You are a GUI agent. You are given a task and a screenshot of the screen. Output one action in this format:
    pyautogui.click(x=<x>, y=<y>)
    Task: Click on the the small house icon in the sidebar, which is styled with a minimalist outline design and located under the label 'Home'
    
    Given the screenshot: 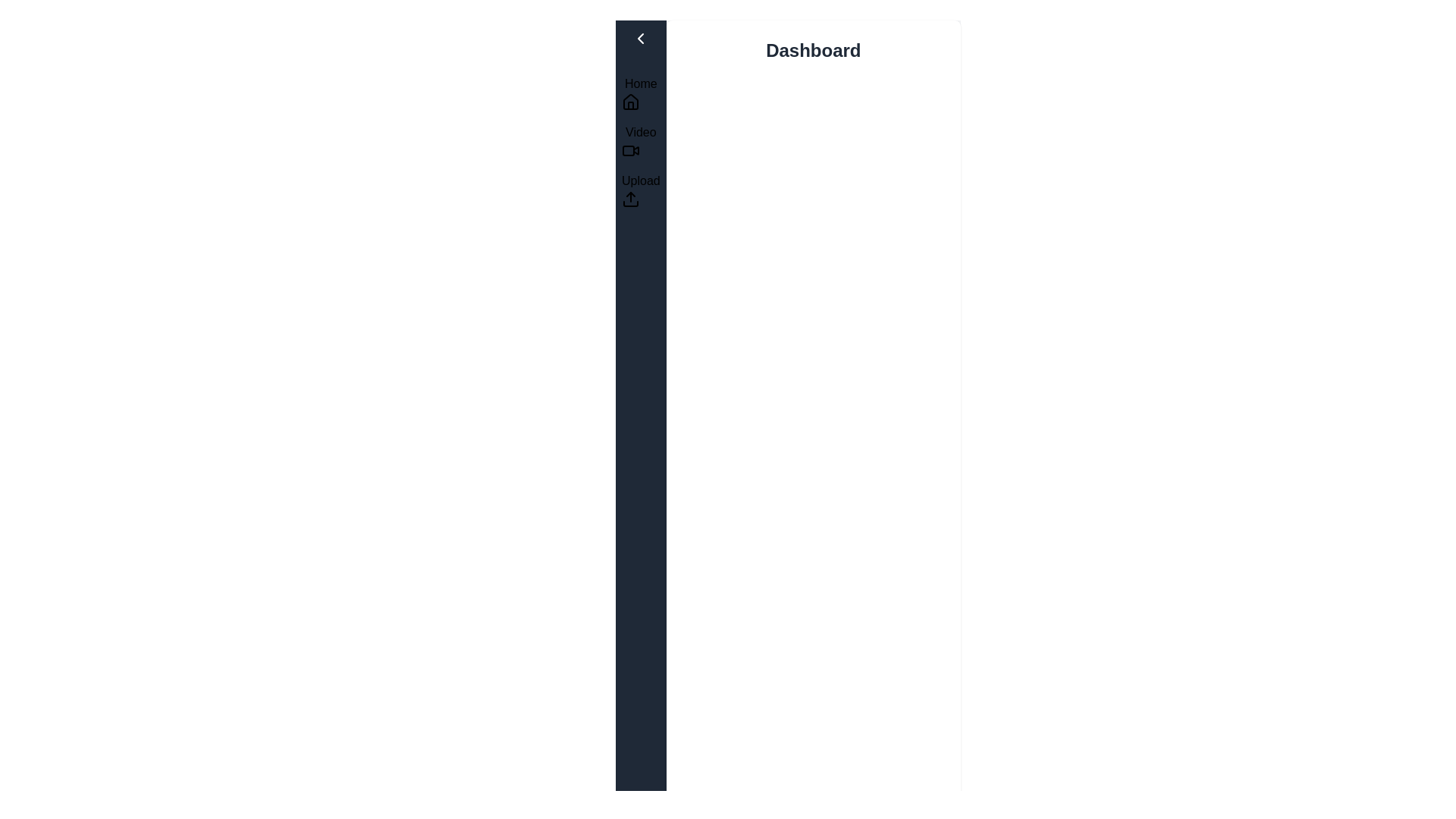 What is the action you would take?
    pyautogui.click(x=630, y=102)
    